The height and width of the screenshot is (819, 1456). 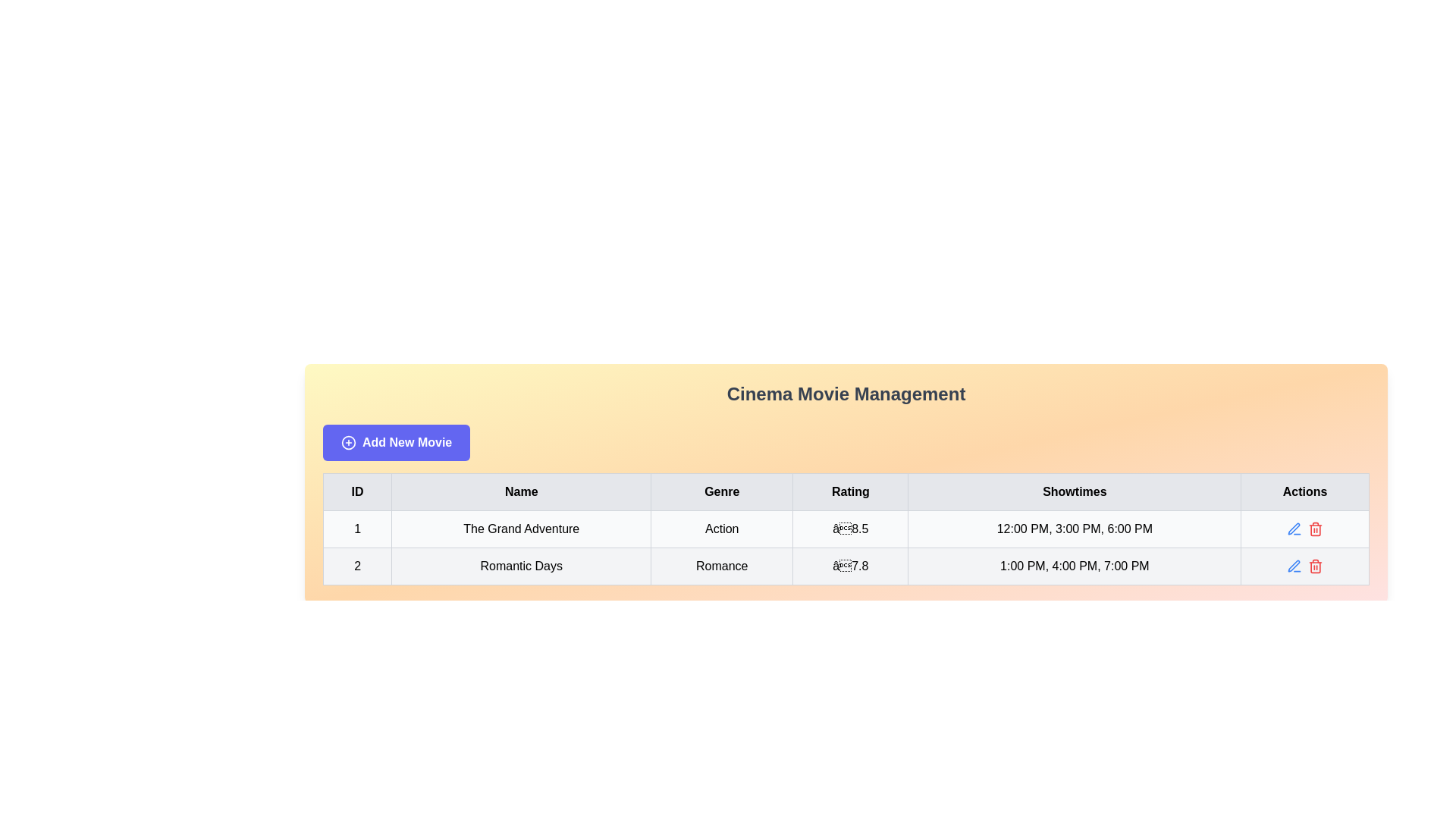 What do you see at coordinates (850, 566) in the screenshot?
I see `the static text element displaying the rating score, which is positioned in the fourth column of the second row of the table layout, between the 'Romance' genre and the showtimes cell` at bounding box center [850, 566].